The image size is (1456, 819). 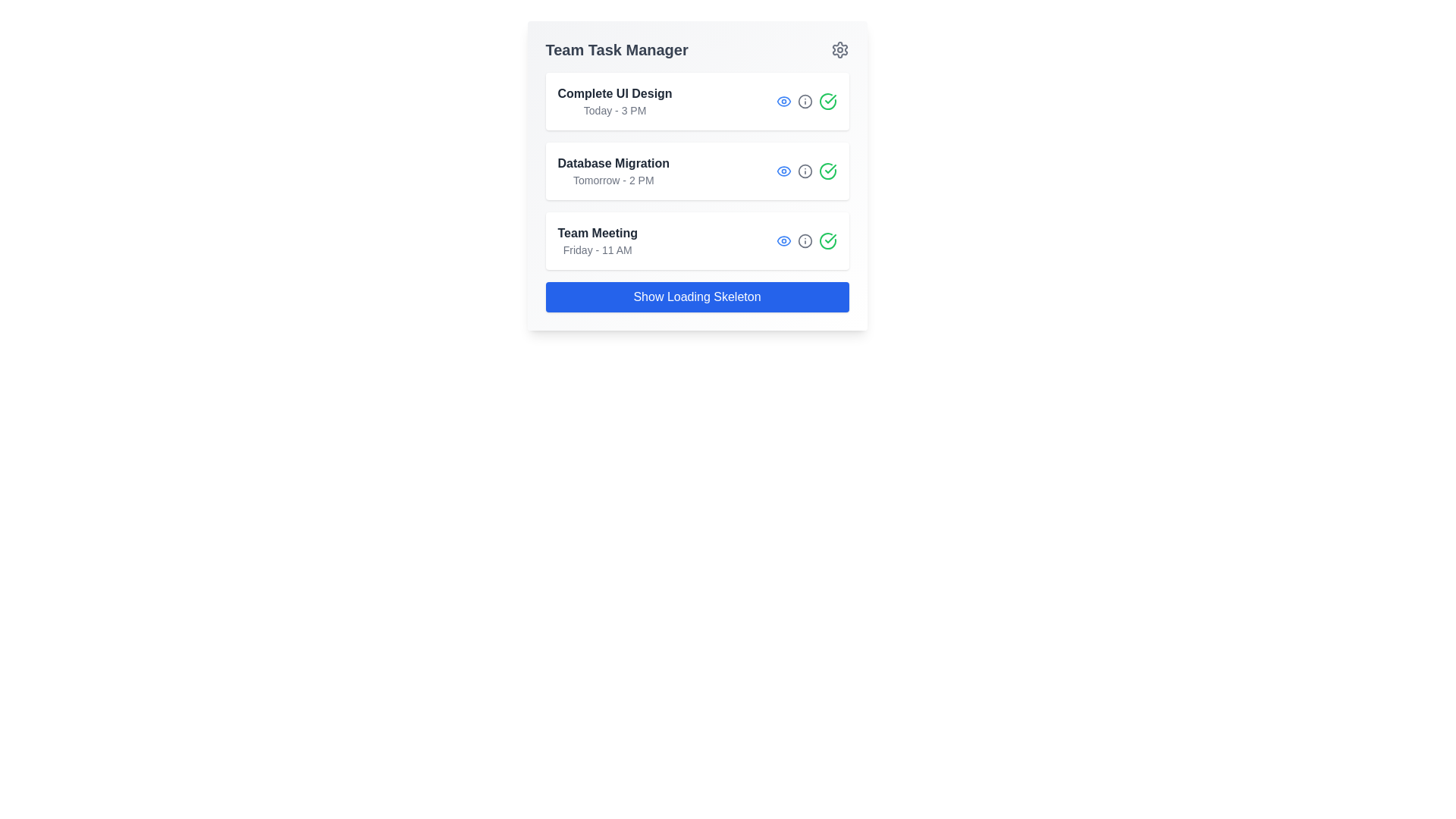 What do you see at coordinates (839, 49) in the screenshot?
I see `the settings cogwheel icon located in the top right corner of the 'Team Task Manager' panel` at bounding box center [839, 49].